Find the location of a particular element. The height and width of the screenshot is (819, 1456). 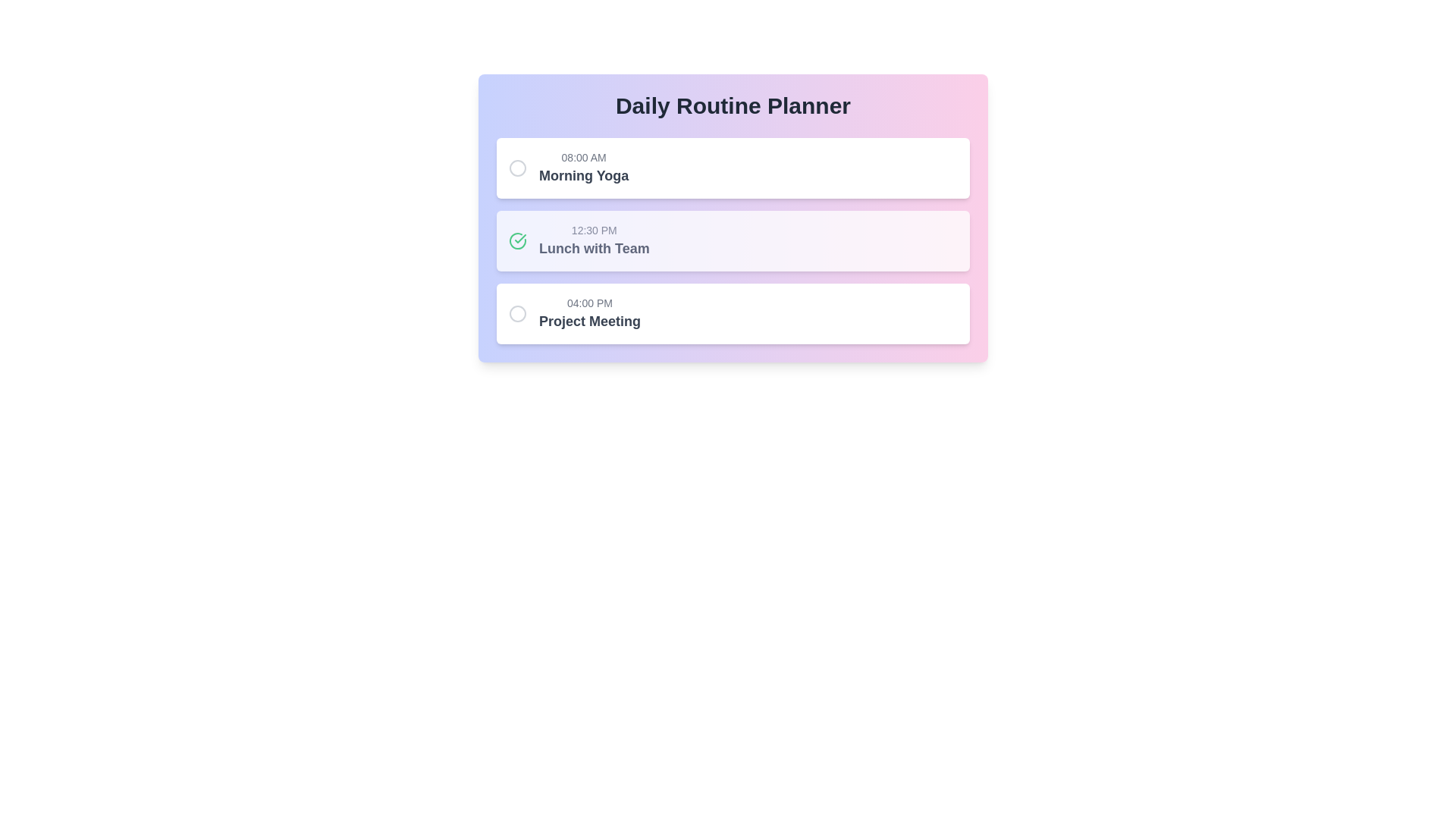

the task text for Lunch with Team is located at coordinates (593, 240).